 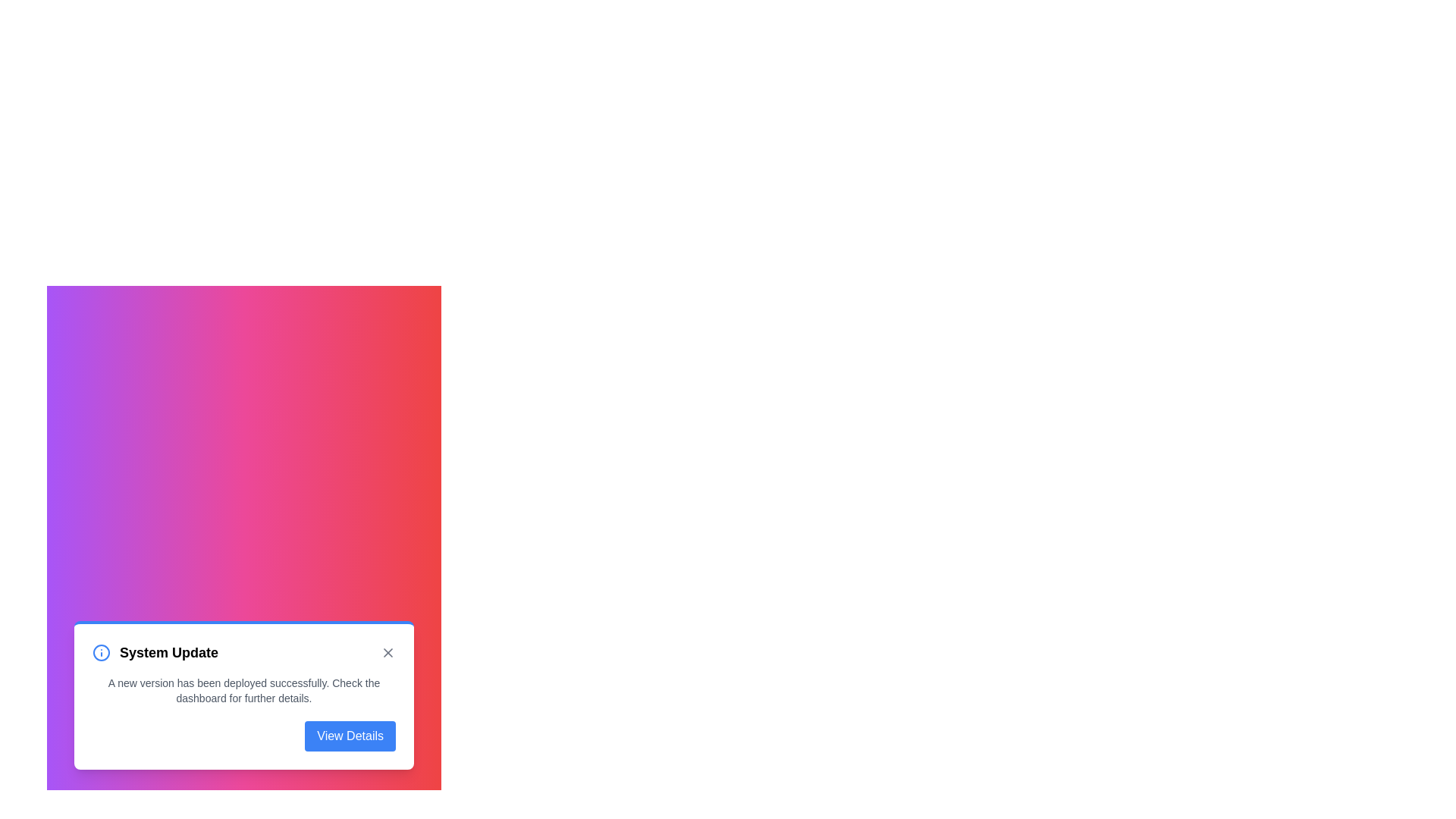 What do you see at coordinates (101, 651) in the screenshot?
I see `the circular decorative element in the SVG graphic that is part of an icon denoting information or alert, located within a notification card` at bounding box center [101, 651].